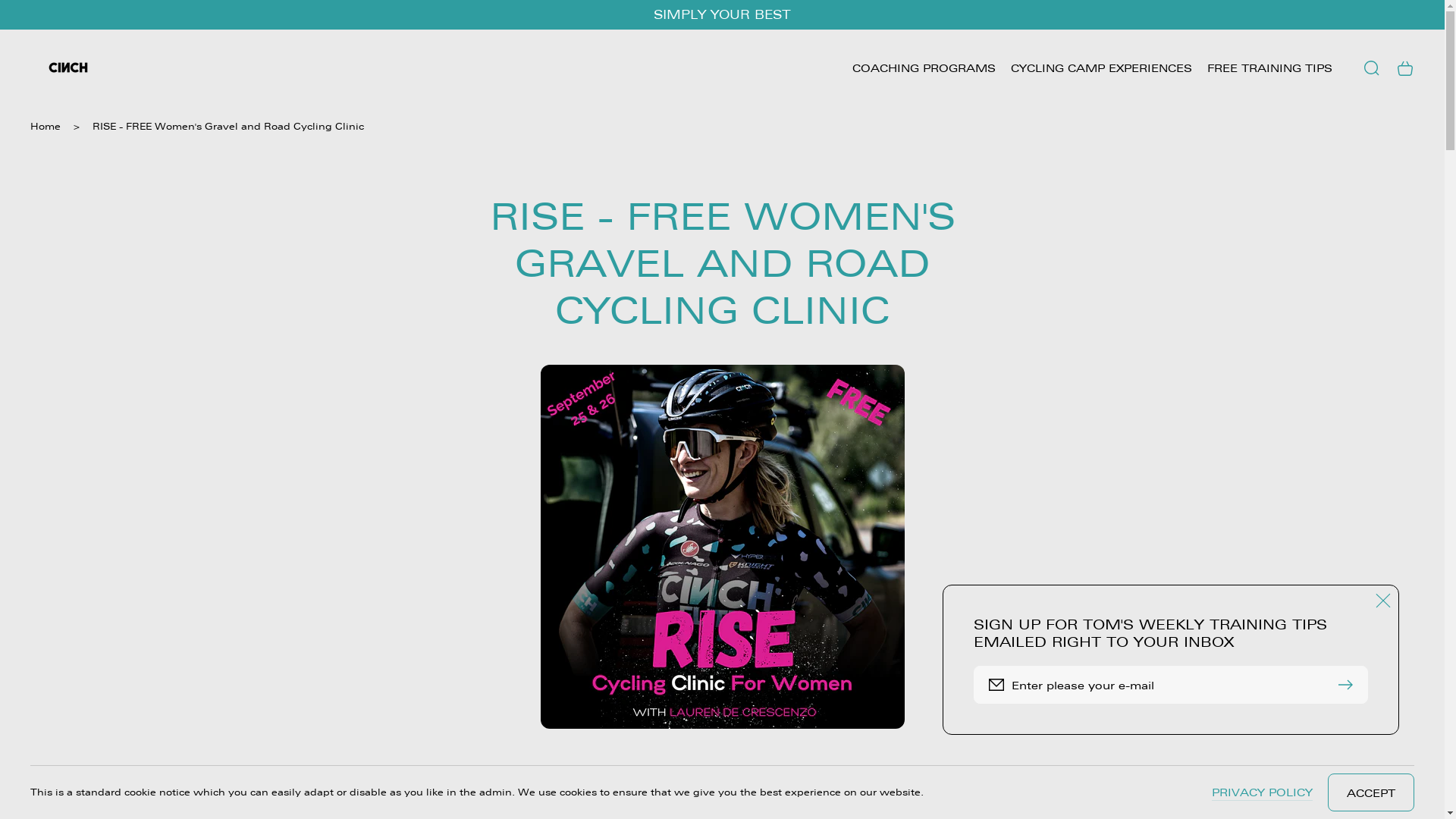 This screenshot has width=1456, height=819. What do you see at coordinates (923, 67) in the screenshot?
I see `'COACHING PROGRAMS'` at bounding box center [923, 67].